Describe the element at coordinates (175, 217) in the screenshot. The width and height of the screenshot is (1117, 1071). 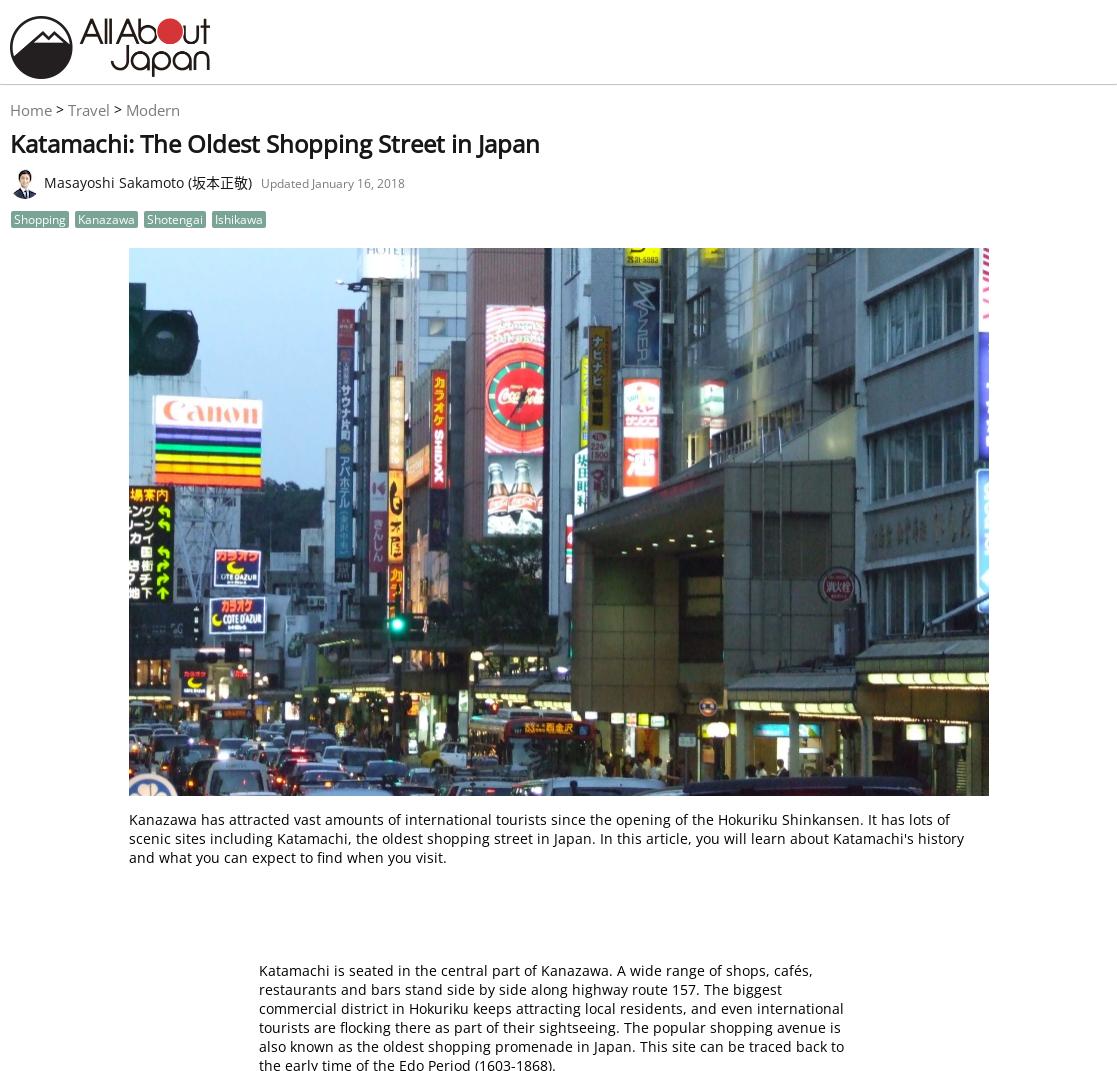
I see `'Shotengai'` at that location.